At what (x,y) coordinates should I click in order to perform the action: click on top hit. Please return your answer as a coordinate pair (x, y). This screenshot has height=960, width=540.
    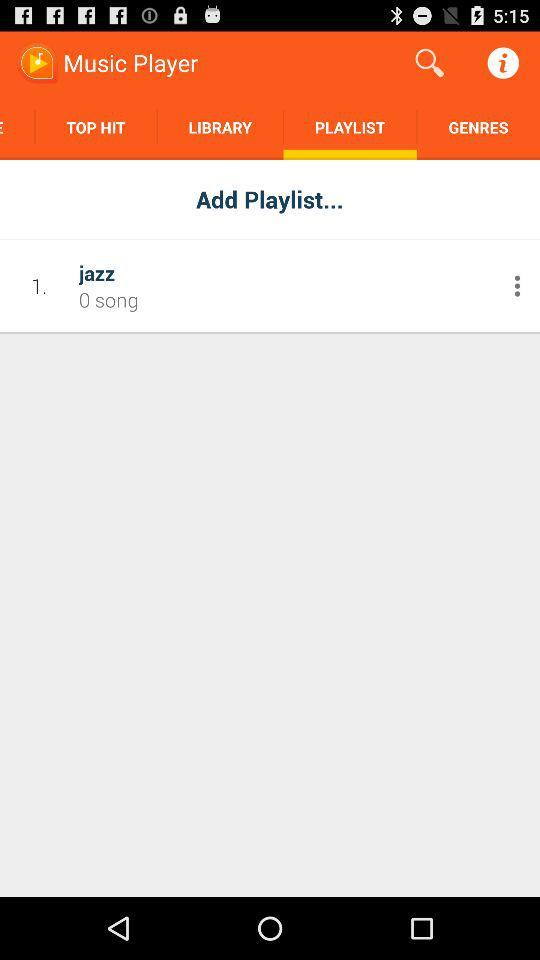
    Looking at the image, I should click on (95, 126).